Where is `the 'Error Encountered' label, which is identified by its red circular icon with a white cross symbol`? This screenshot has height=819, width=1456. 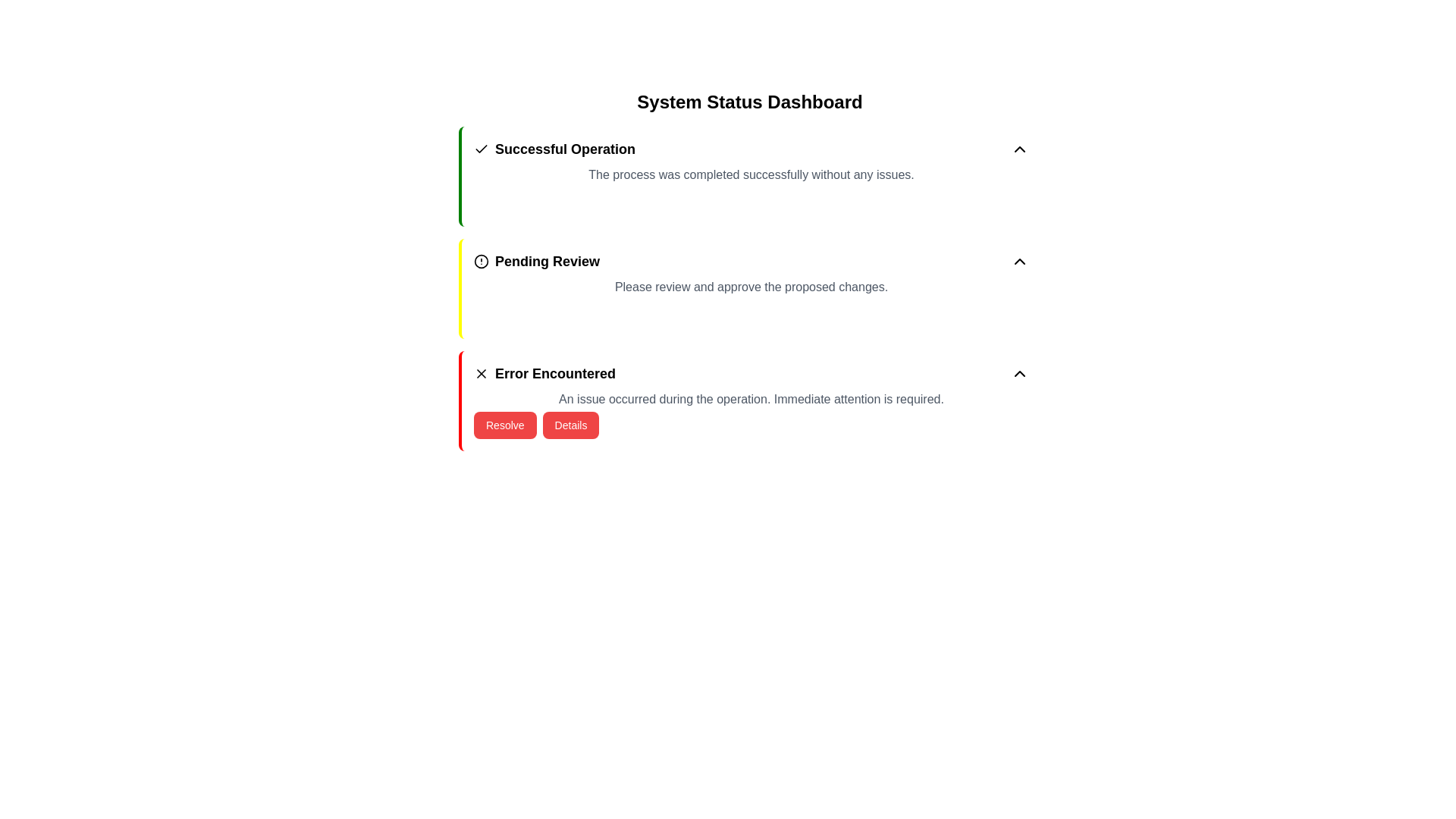
the 'Error Encountered' label, which is identified by its red circular icon with a white cross symbol is located at coordinates (544, 374).